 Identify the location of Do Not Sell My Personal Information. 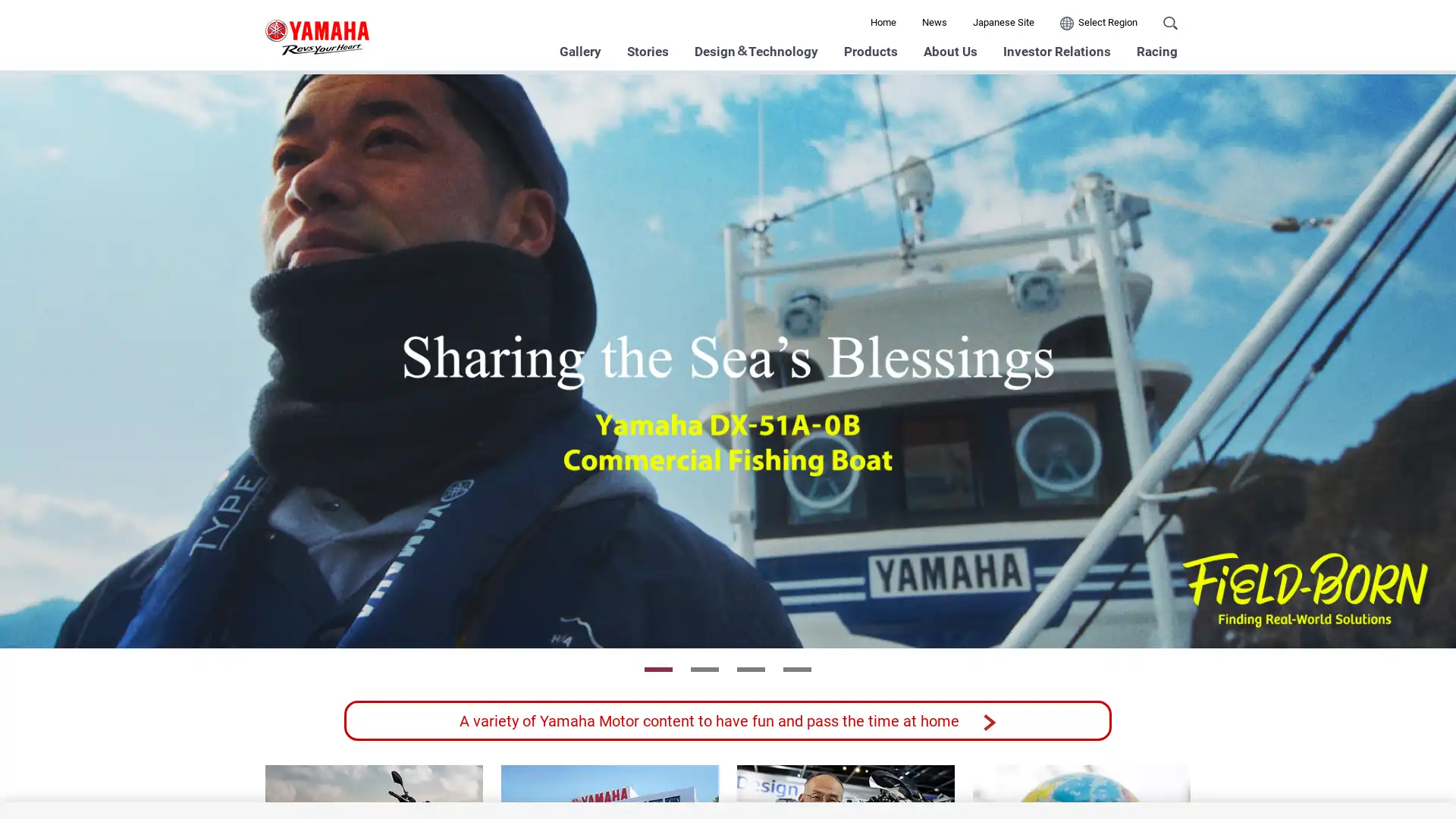
(1061, 773).